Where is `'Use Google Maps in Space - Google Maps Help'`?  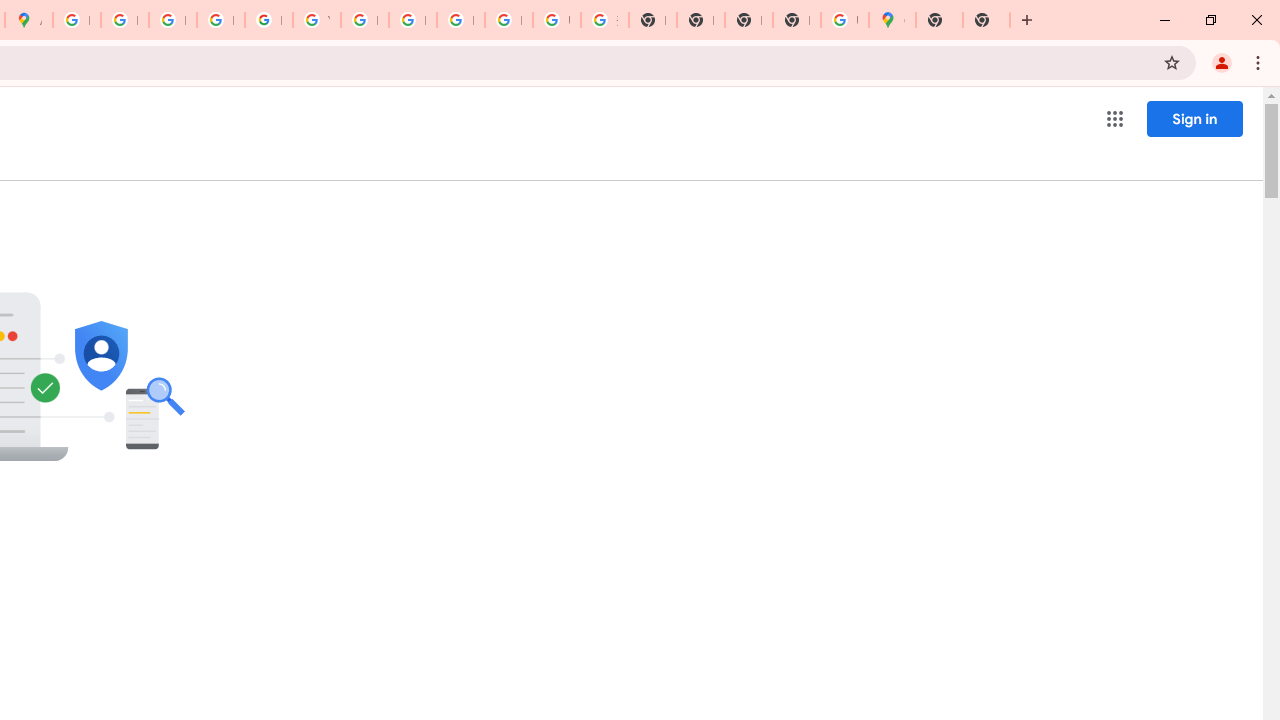
'Use Google Maps in Space - Google Maps Help' is located at coordinates (844, 20).